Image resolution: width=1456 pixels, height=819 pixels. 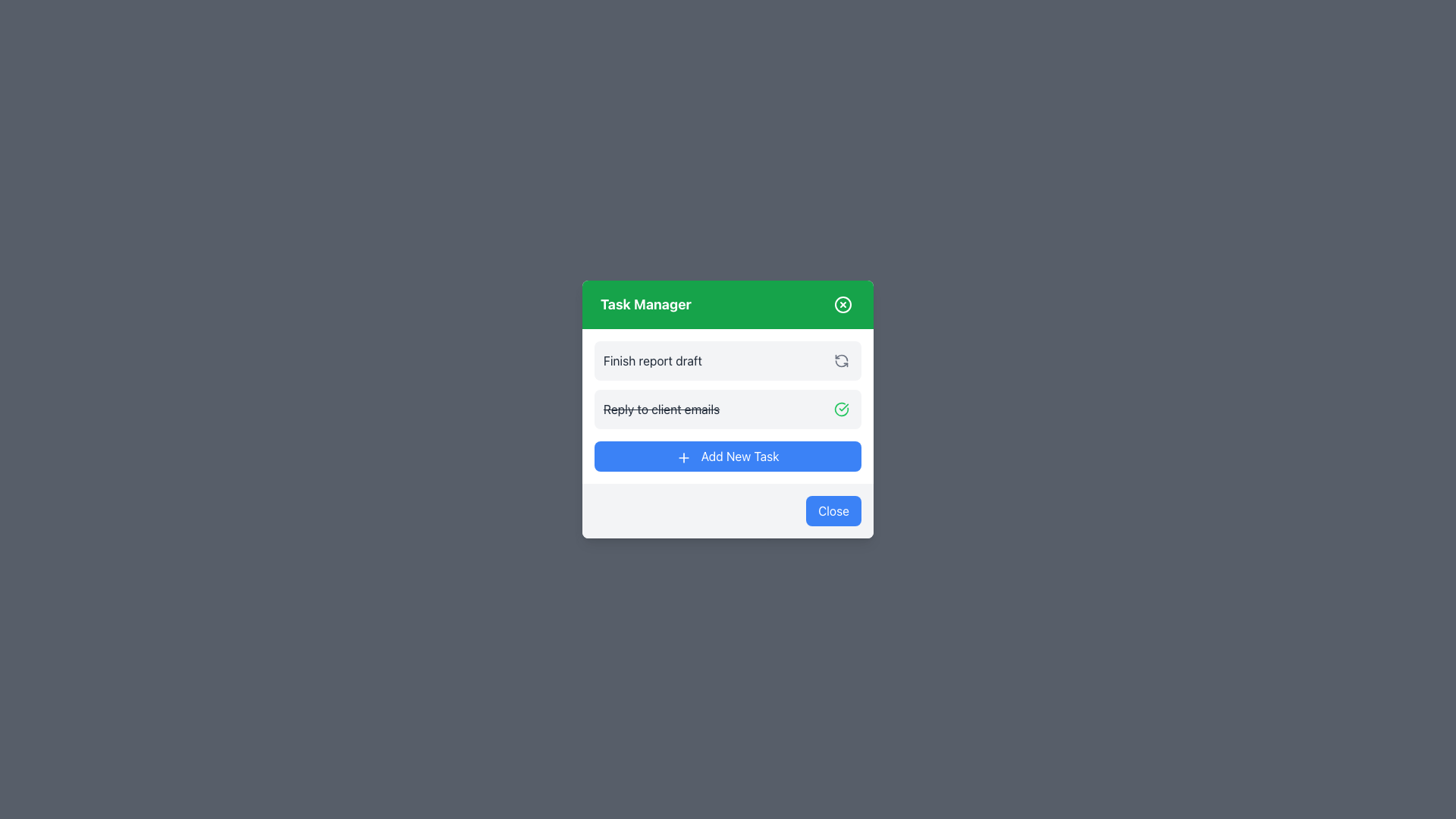 What do you see at coordinates (683, 457) in the screenshot?
I see `the 'Add New Task' button, which features a plus icon and is located in the lower part of the task manager interface` at bounding box center [683, 457].